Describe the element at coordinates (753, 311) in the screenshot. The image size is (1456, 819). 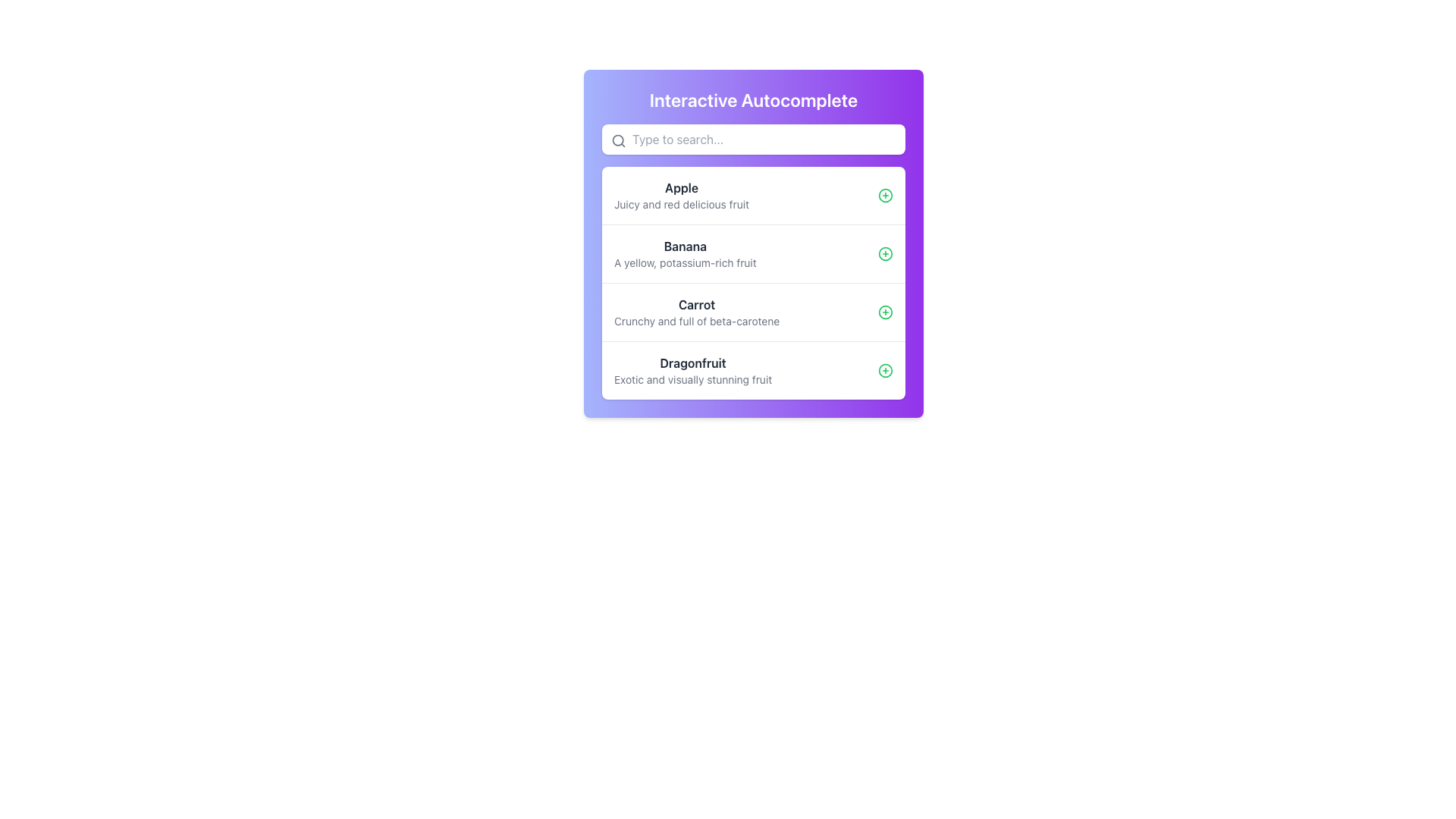
I see `the 'Carrot' item in the interactive list by tapping on the text to add it to the cart` at that location.